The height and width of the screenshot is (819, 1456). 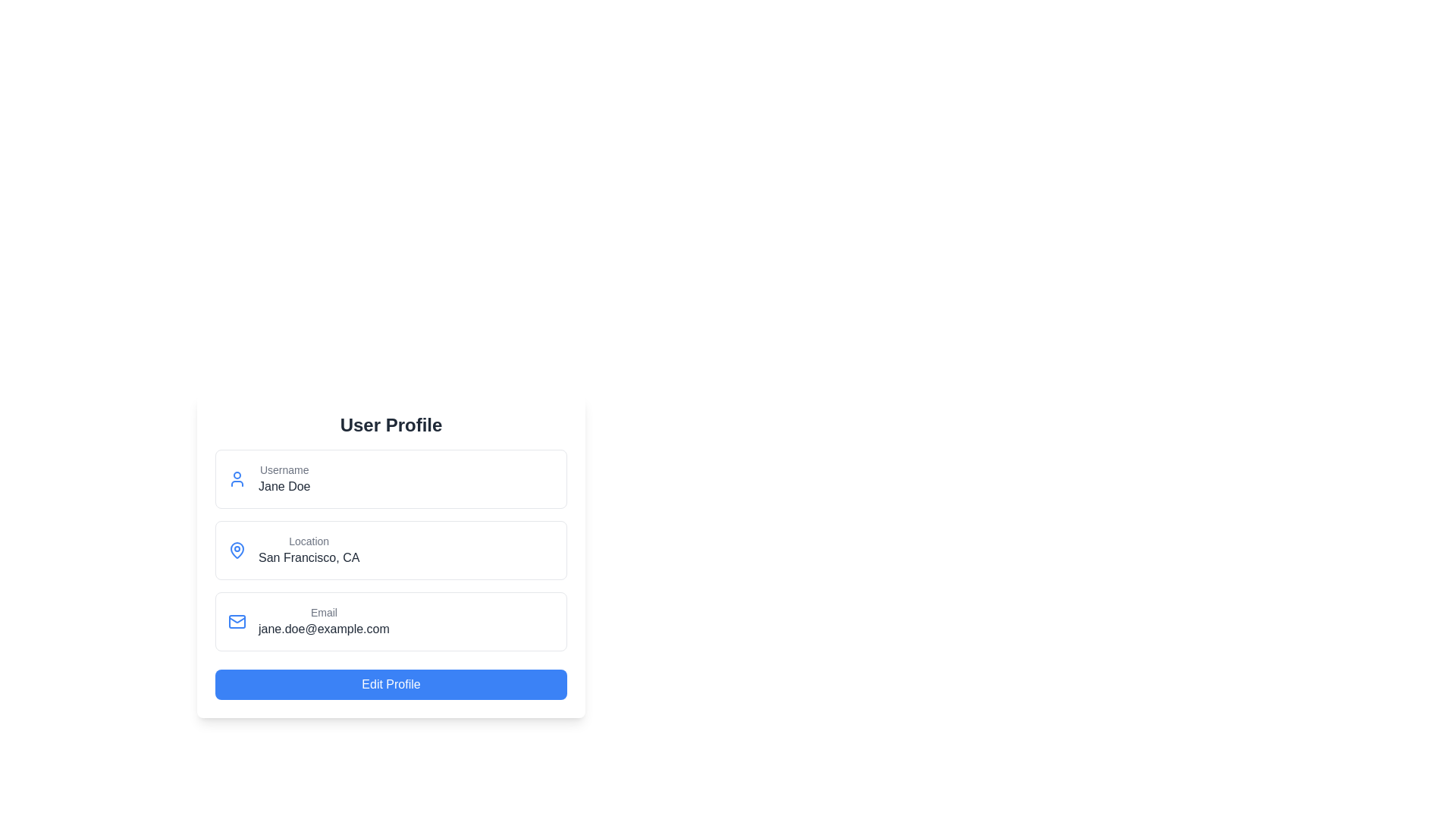 I want to click on the user profile icon located at the top section of the user profile card, positioned before the text 'Username' and 'Jane Doe', so click(x=236, y=479).